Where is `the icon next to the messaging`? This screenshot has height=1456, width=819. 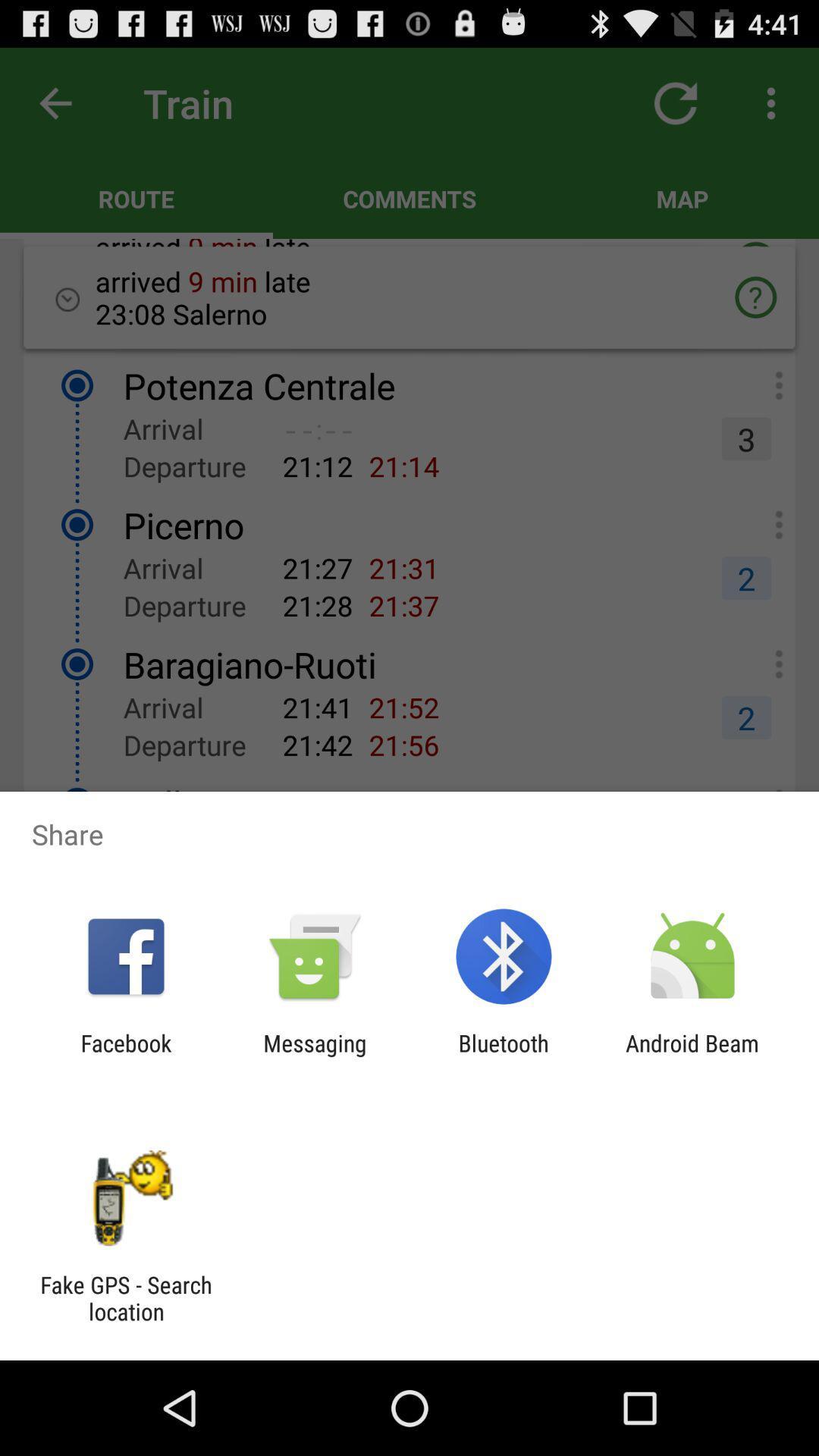 the icon next to the messaging is located at coordinates (504, 1056).